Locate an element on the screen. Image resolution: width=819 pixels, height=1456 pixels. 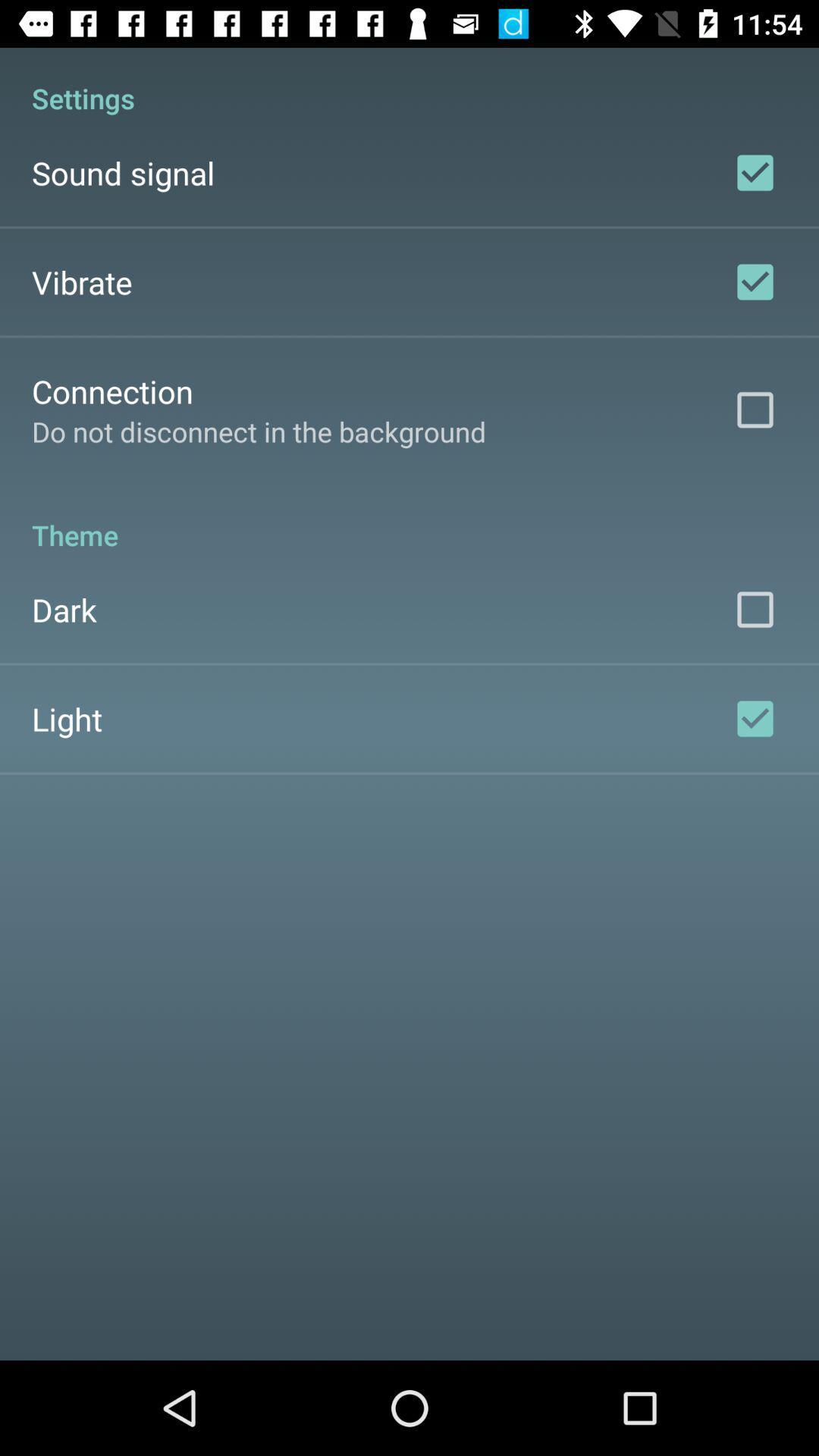
the app below dark app is located at coordinates (66, 717).